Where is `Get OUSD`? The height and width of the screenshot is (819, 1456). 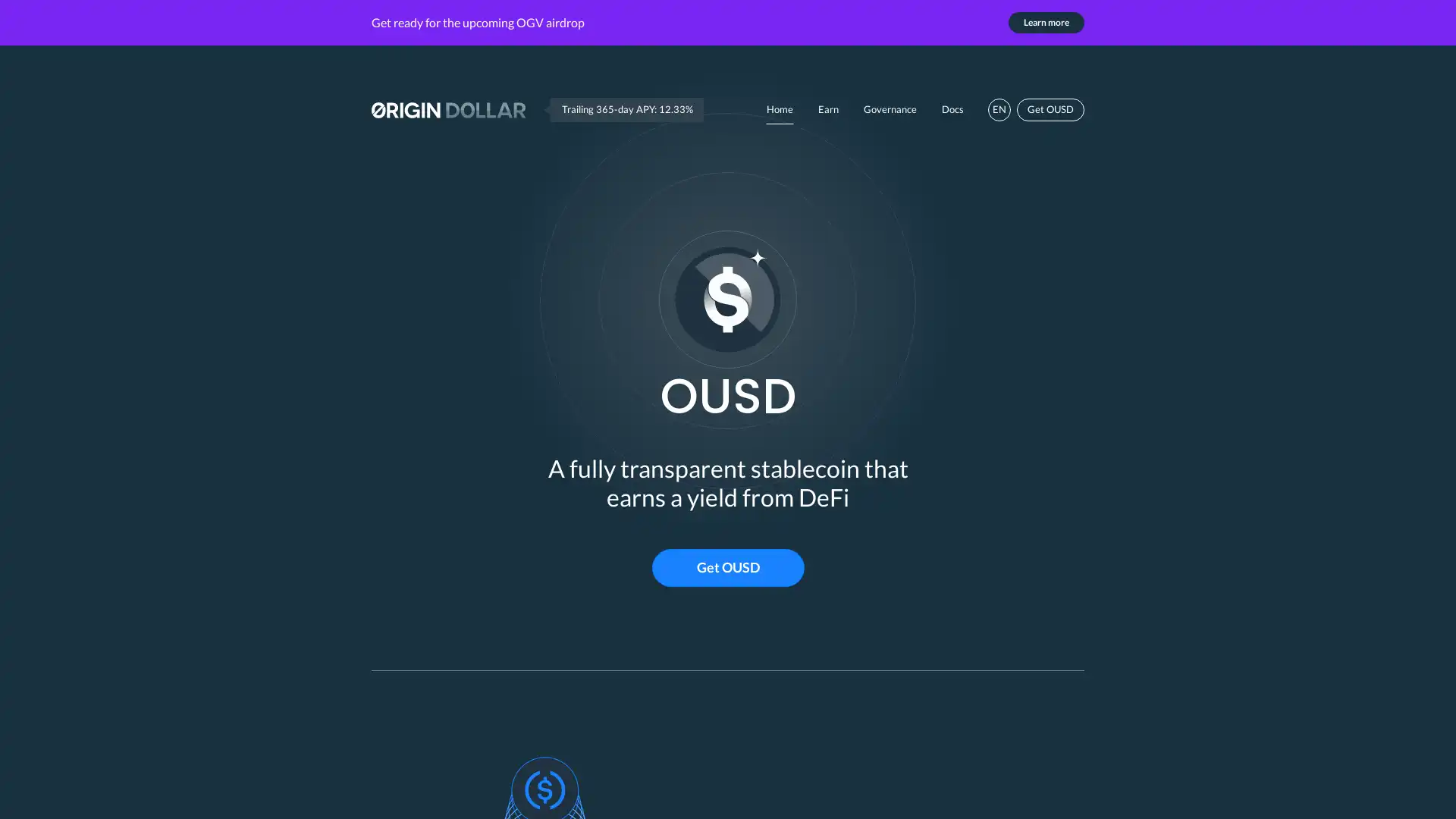
Get OUSD is located at coordinates (726, 567).